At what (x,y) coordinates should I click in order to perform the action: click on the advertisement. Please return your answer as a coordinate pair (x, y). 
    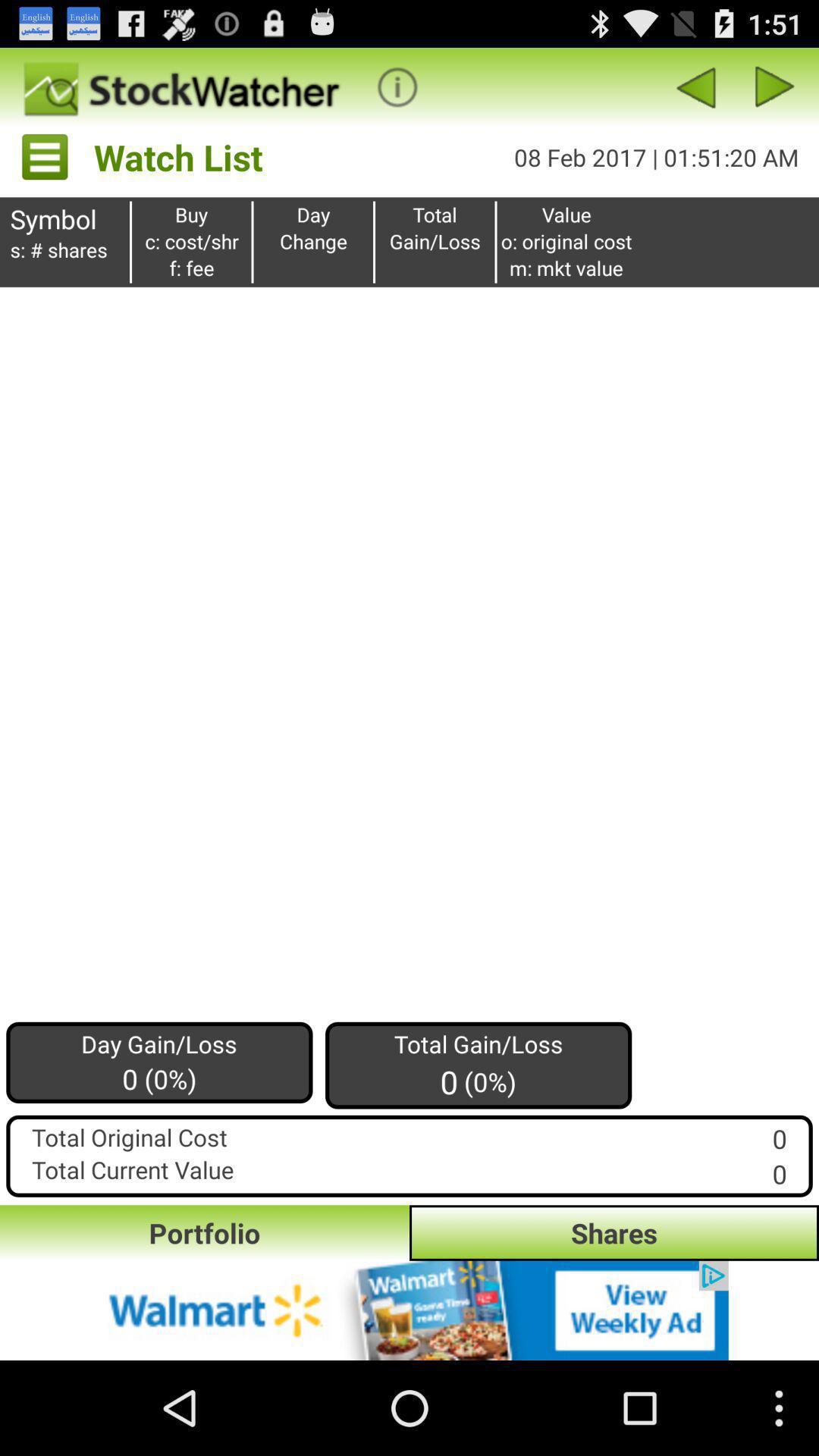
    Looking at the image, I should click on (409, 1310).